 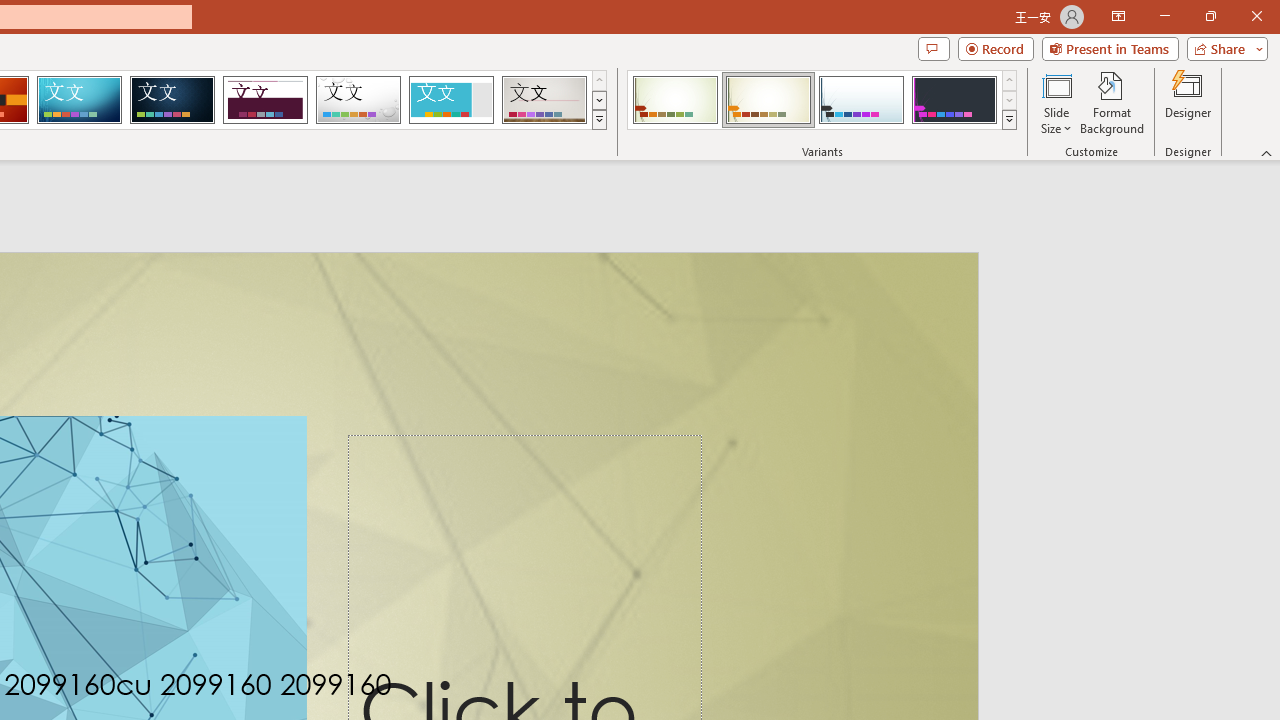 I want to click on 'Slide Size', so click(x=1055, y=103).